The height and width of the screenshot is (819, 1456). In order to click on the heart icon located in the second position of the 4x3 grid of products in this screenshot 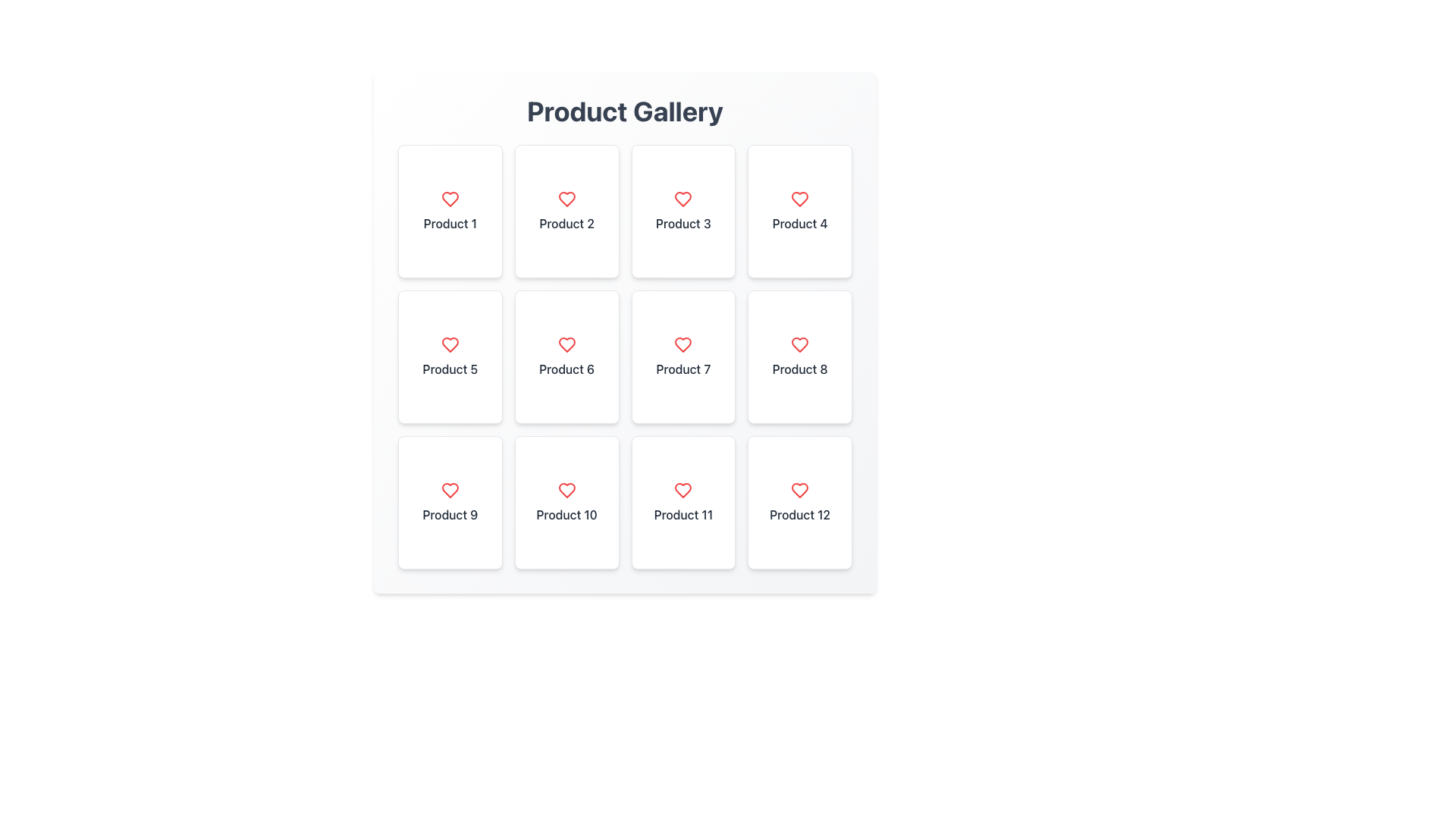, I will do `click(566, 198)`.